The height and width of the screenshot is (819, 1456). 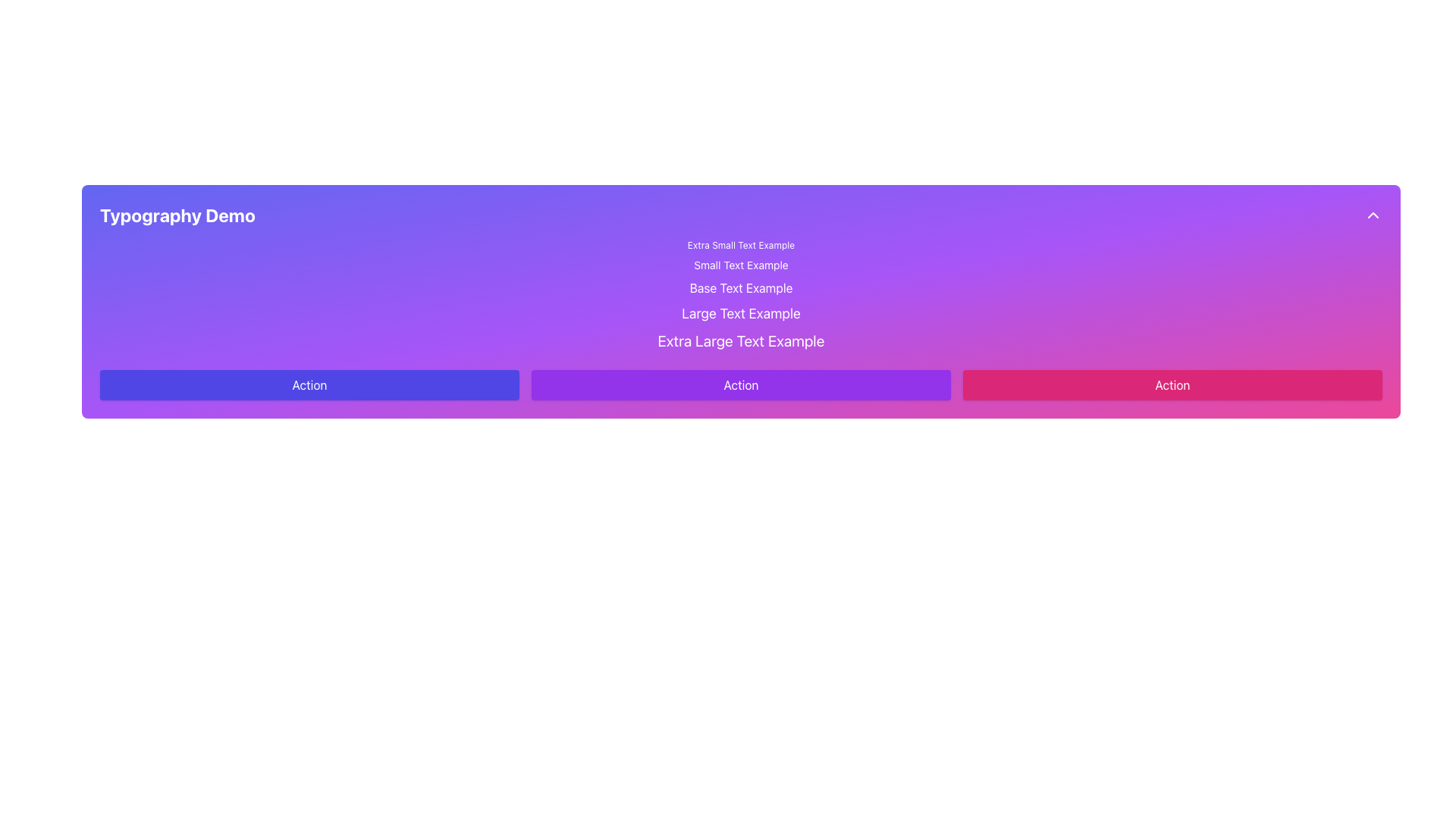 I want to click on the 'Extra Large Text Example' text label, so click(x=741, y=341).